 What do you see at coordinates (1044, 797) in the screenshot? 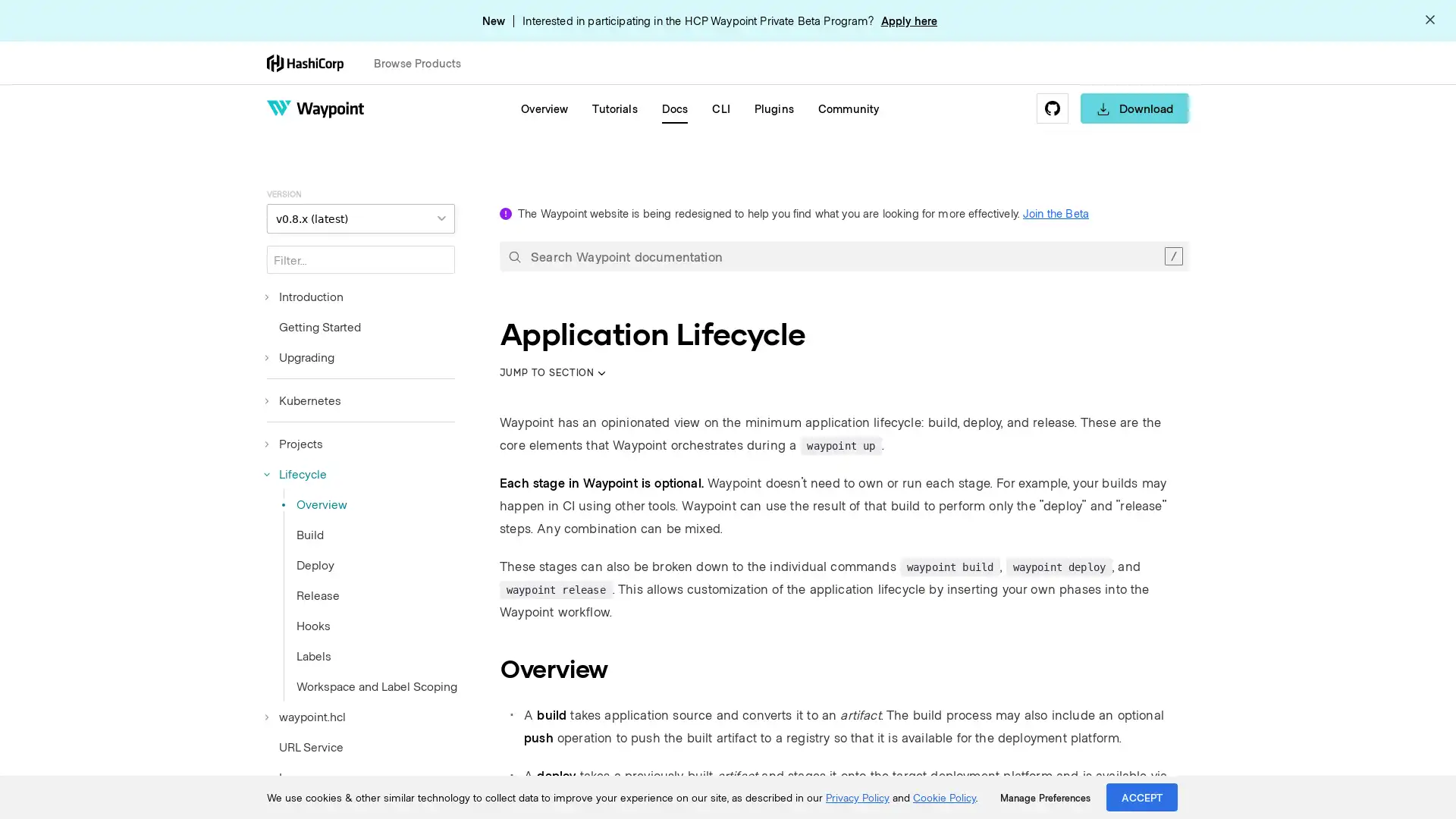
I see `Manage Preferences` at bounding box center [1044, 797].